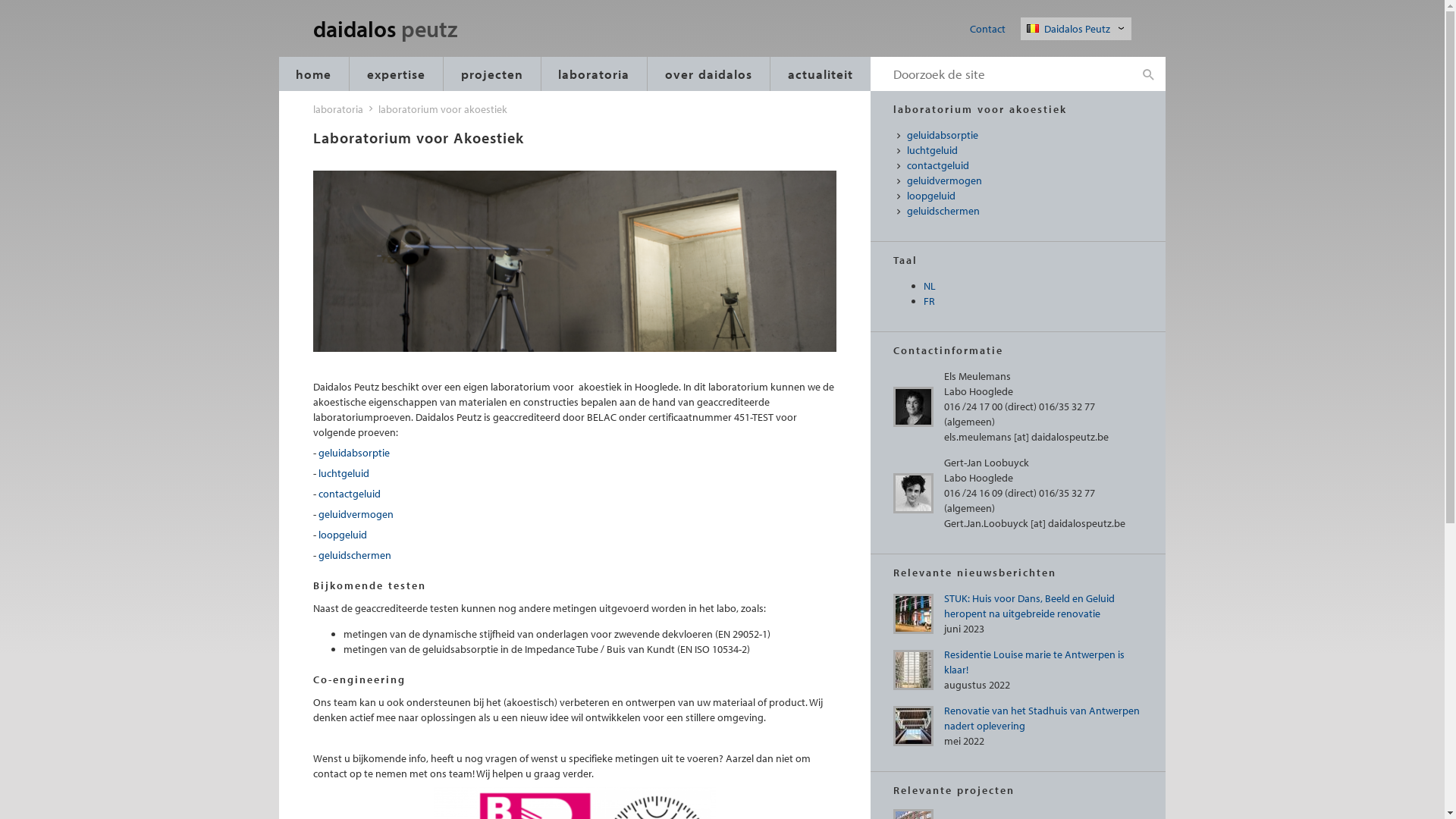 Image resolution: width=1456 pixels, height=819 pixels. Describe the element at coordinates (396, 74) in the screenshot. I see `'expertise'` at that location.